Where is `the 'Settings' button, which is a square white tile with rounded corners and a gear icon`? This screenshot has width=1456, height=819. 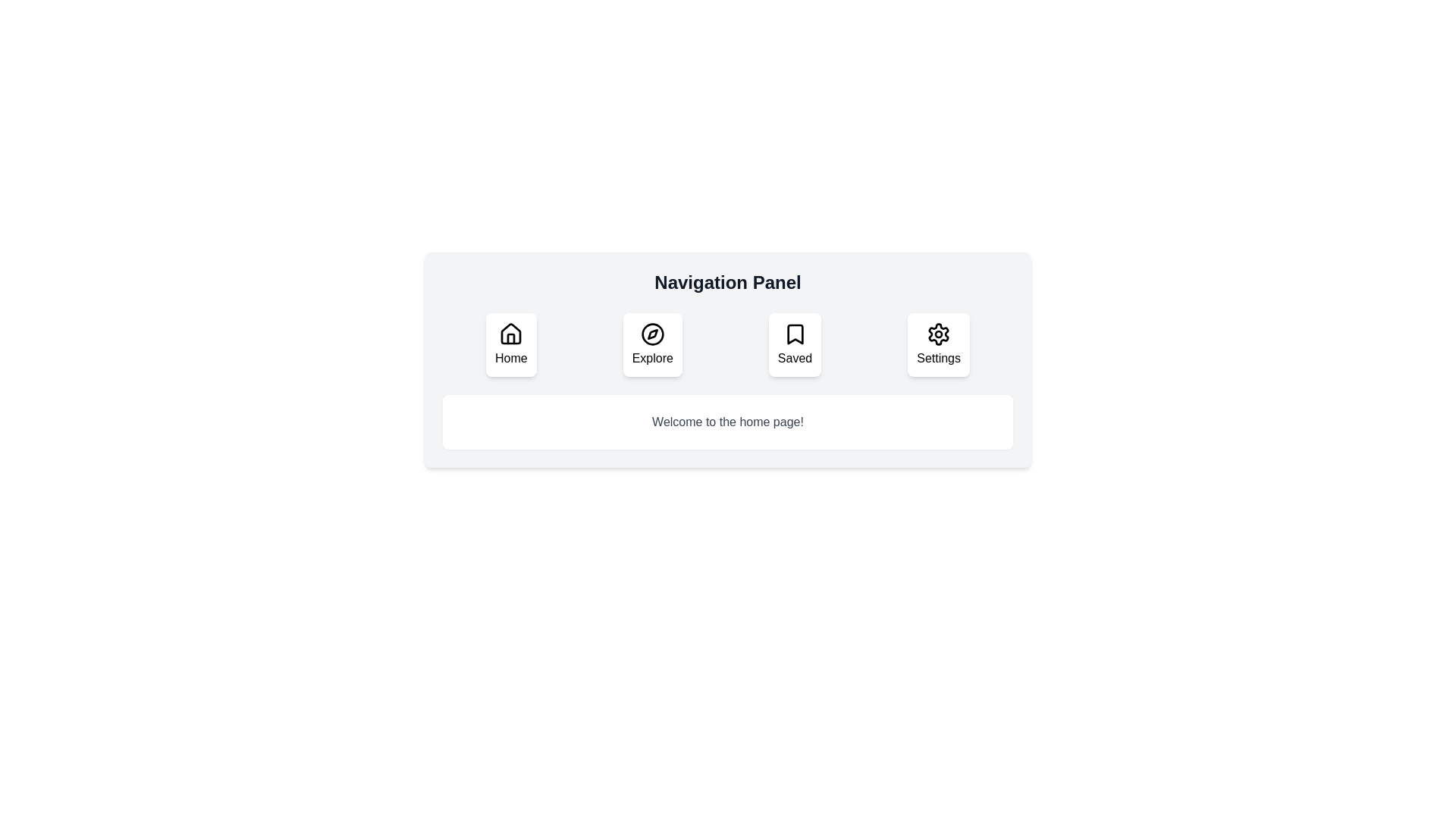
the 'Settings' button, which is a square white tile with rounded corners and a gear icon is located at coordinates (938, 345).